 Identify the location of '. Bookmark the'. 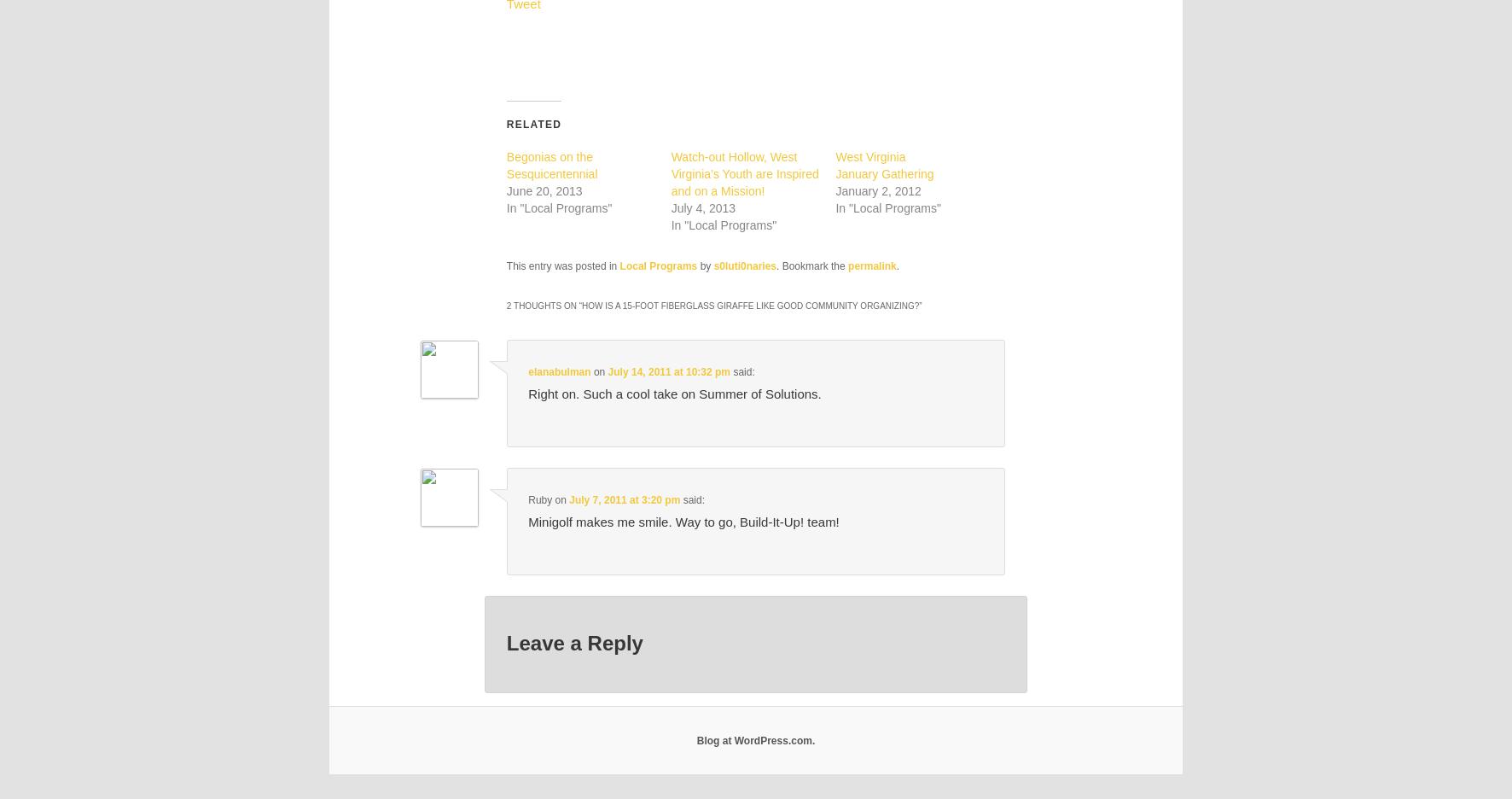
(811, 265).